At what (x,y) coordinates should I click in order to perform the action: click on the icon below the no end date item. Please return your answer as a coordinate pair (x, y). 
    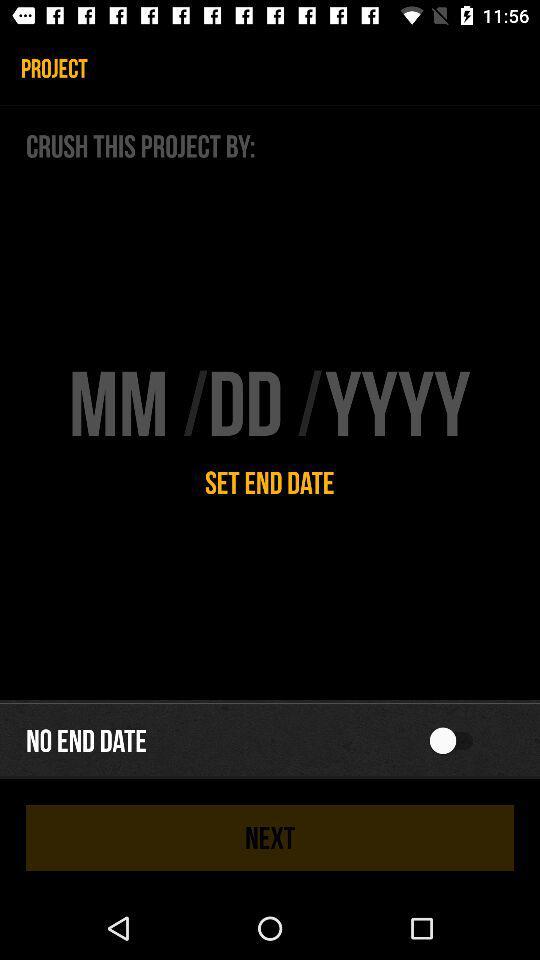
    Looking at the image, I should click on (270, 837).